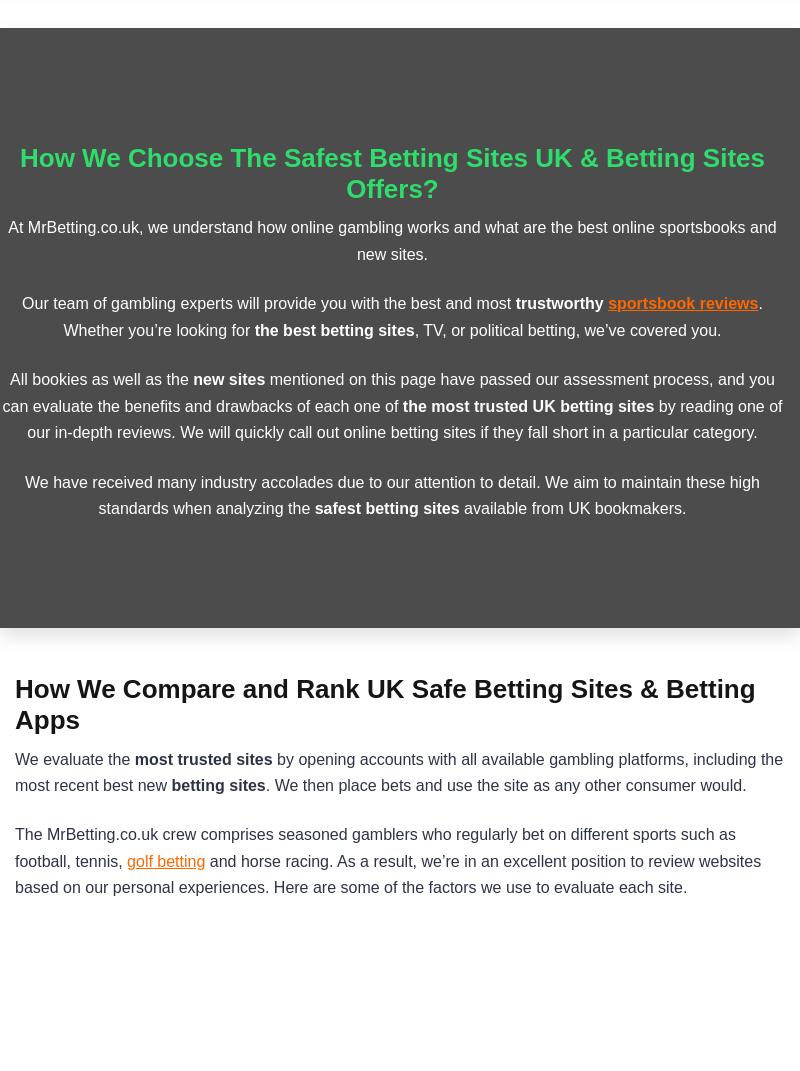 The width and height of the screenshot is (800, 1071). Describe the element at coordinates (2, 392) in the screenshot. I see `'mentioned on this page have passed our assessment process, and you can evaluate the benefits and drawbacks of each one of'` at that location.